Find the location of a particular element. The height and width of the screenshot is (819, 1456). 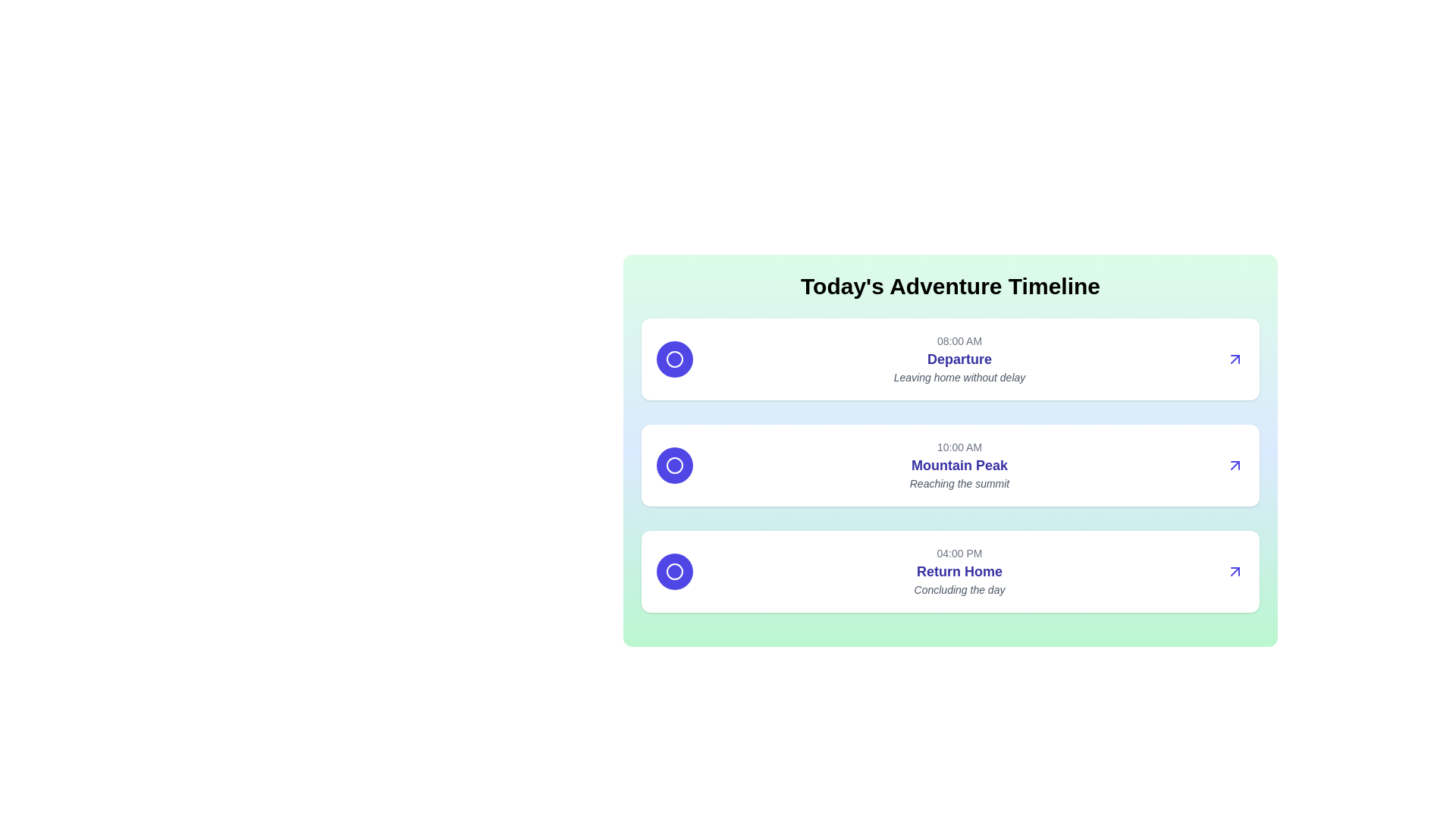

the textual information block in the timeline UI card that displays the timestamp '08:00 AM', title 'Departure', and description 'Leaving home without delay' is located at coordinates (959, 359).